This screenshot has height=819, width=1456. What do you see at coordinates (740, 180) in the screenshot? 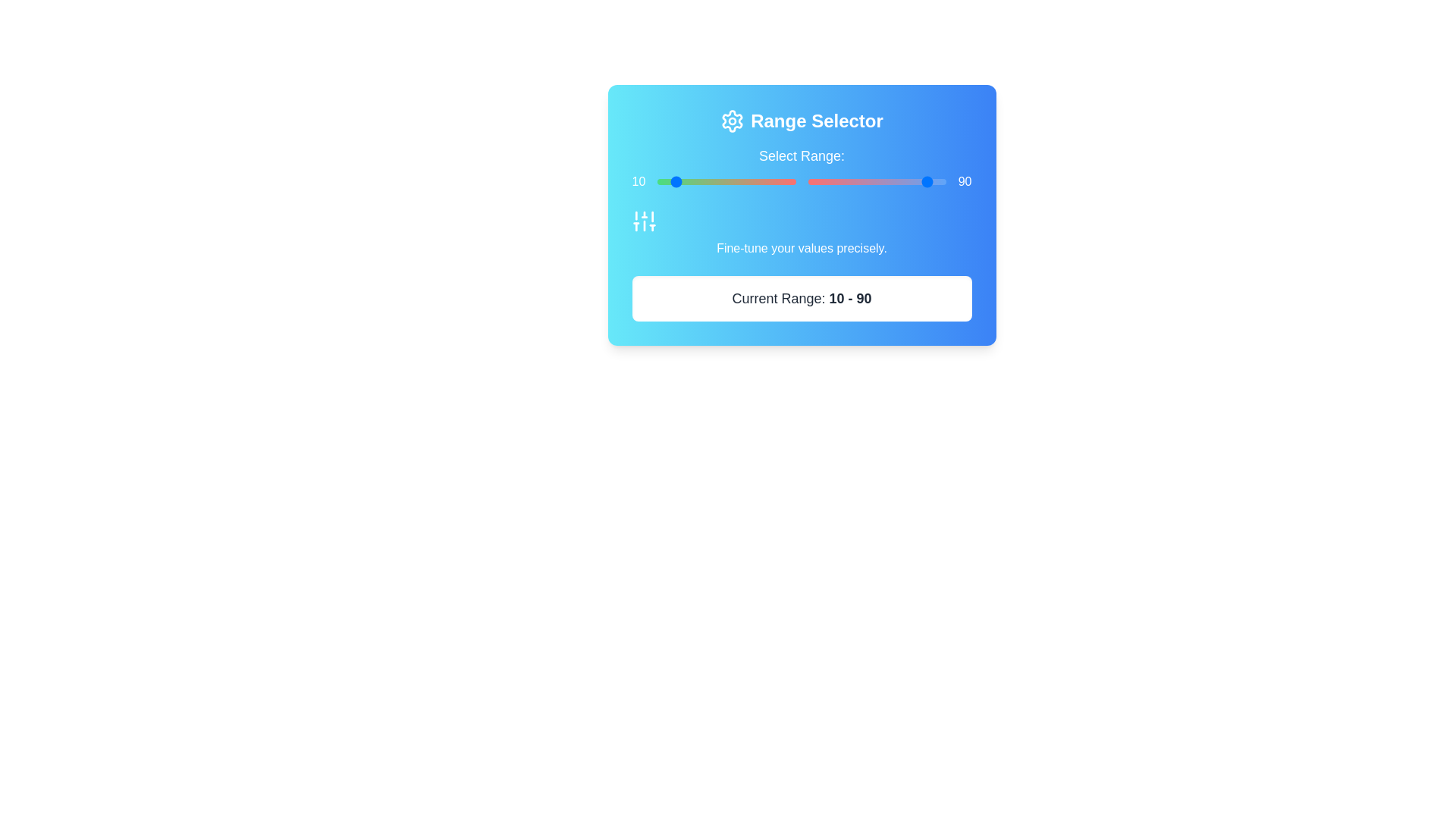
I see `the left range slider to set the starting value to 60` at bounding box center [740, 180].